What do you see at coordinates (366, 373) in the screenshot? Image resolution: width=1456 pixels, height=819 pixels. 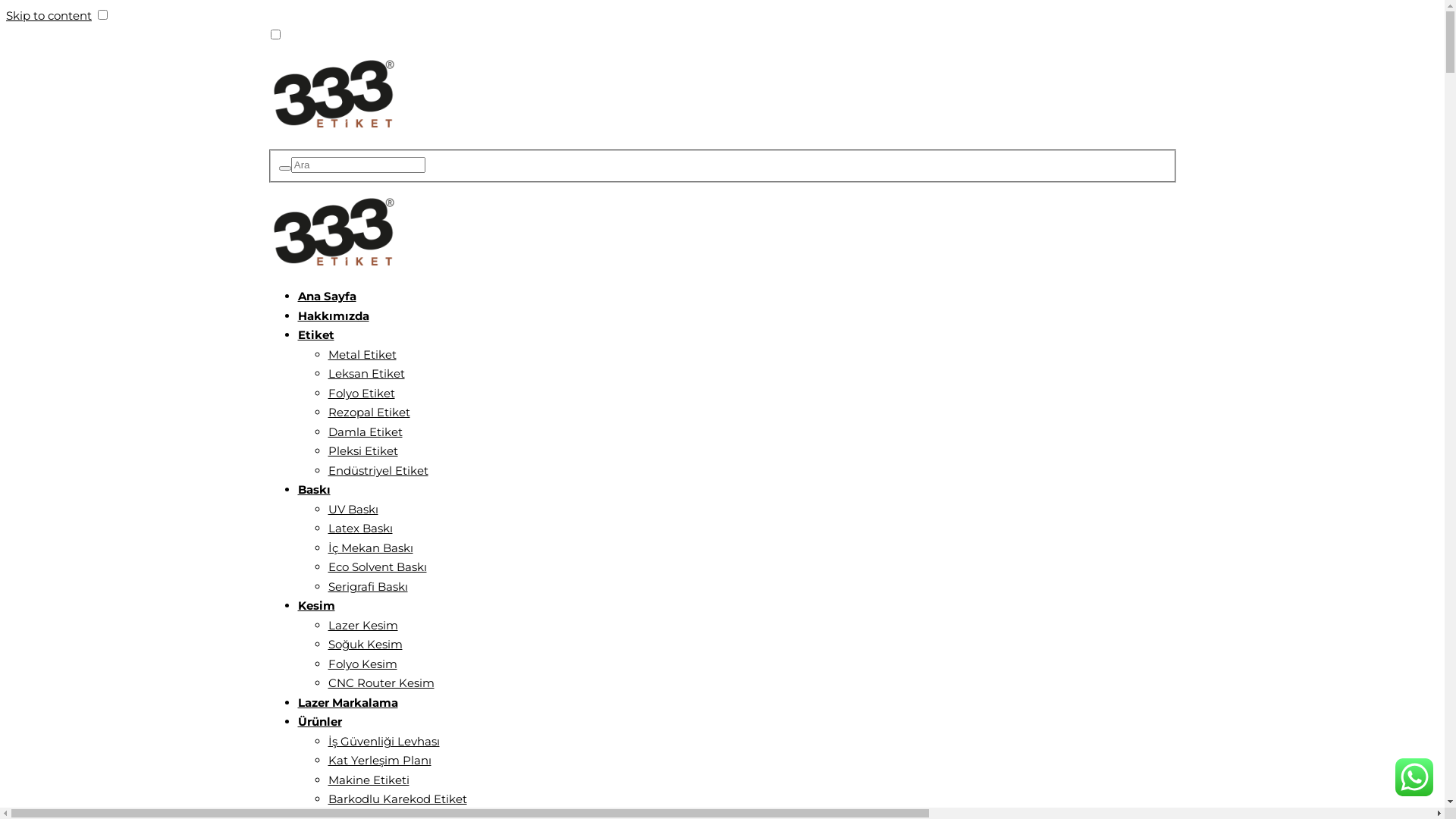 I see `'Leksan Etiket'` at bounding box center [366, 373].